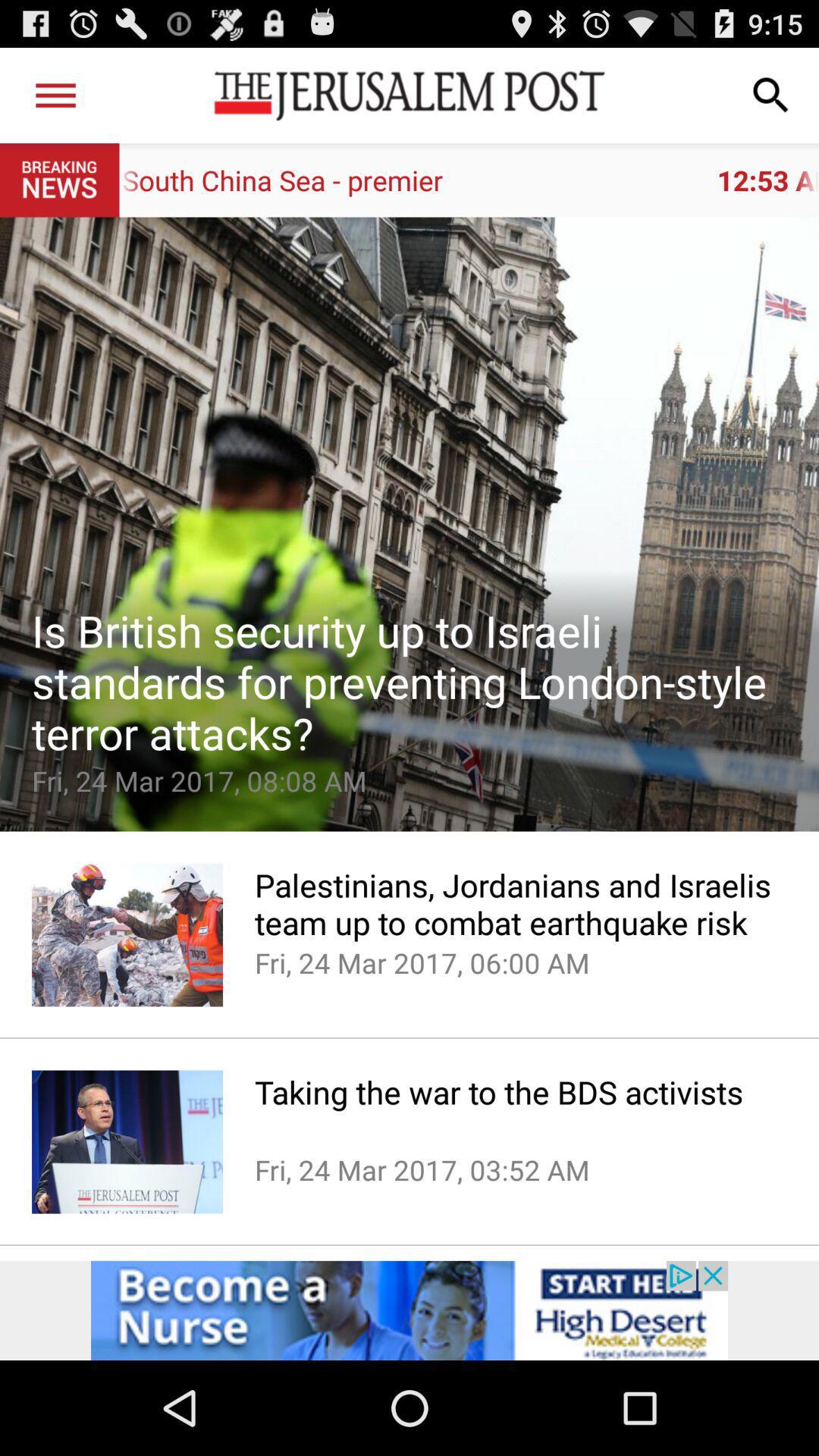 Image resolution: width=819 pixels, height=1456 pixels. I want to click on app next to the 12 53 am icon, so click(55, 94).